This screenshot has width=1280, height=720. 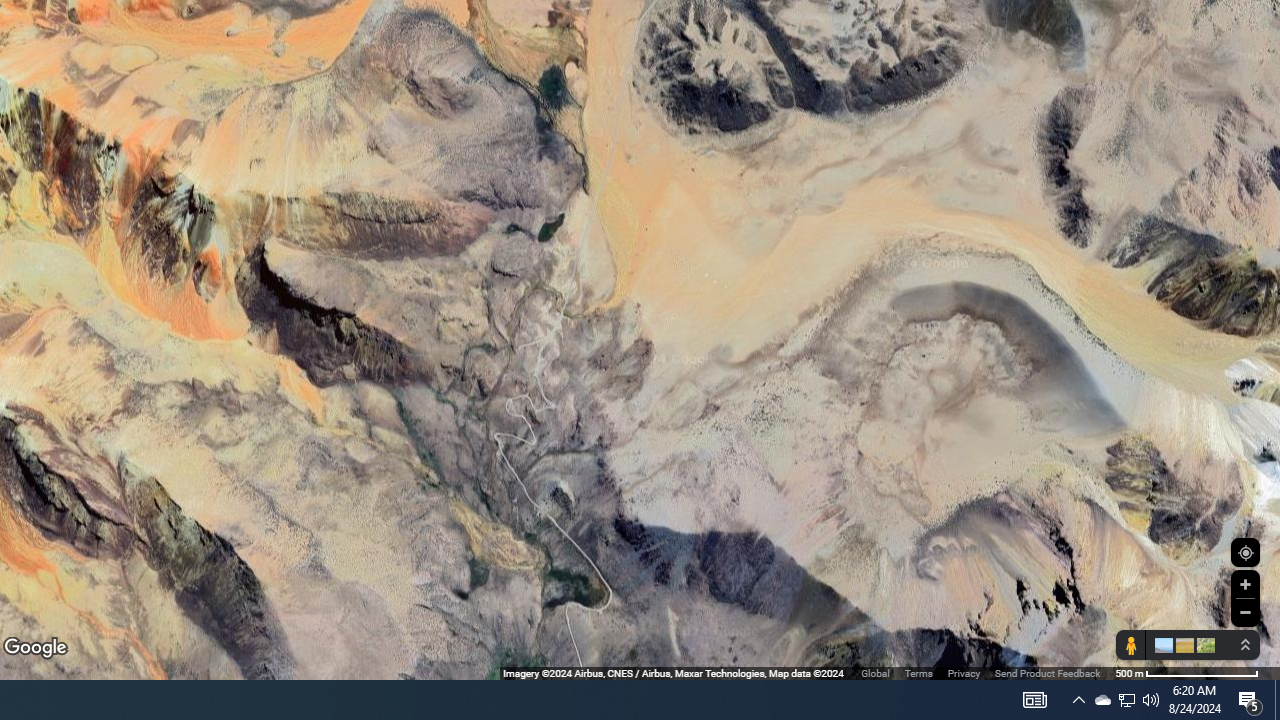 What do you see at coordinates (1202, 645) in the screenshot?
I see `'Show imagery'` at bounding box center [1202, 645].